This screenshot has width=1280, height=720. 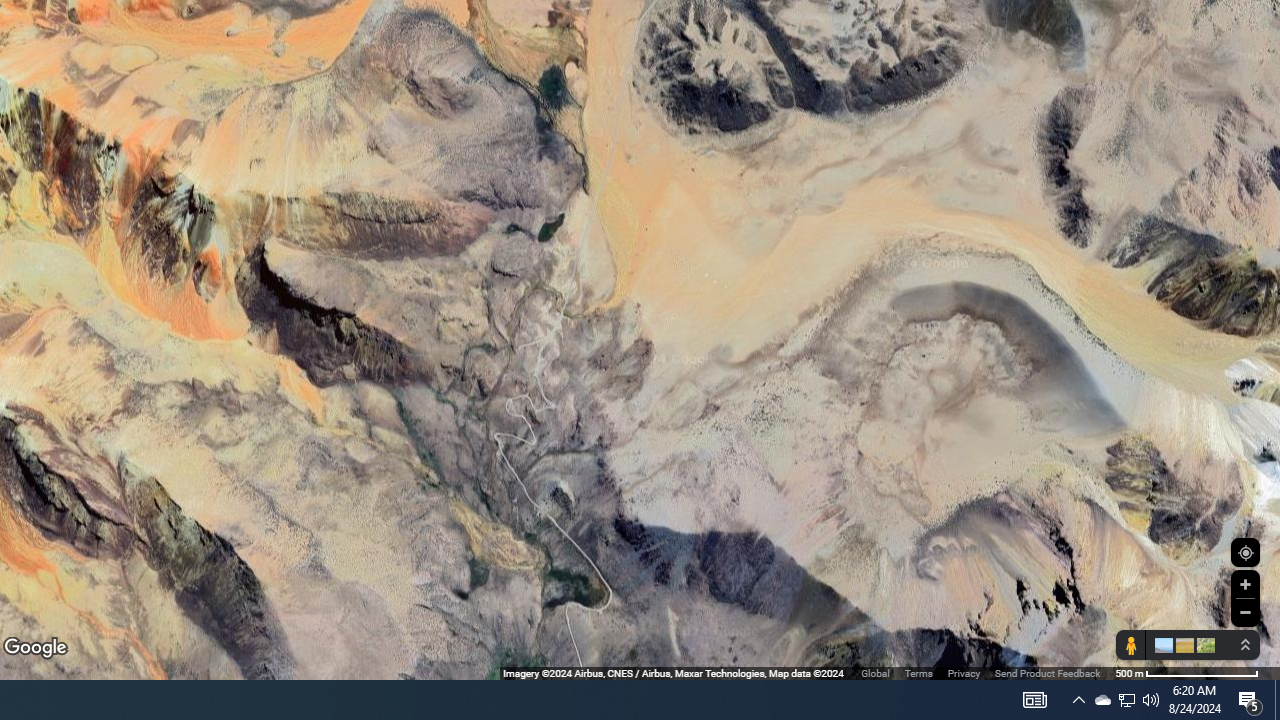 What do you see at coordinates (1202, 645) in the screenshot?
I see `'Show imagery'` at bounding box center [1202, 645].